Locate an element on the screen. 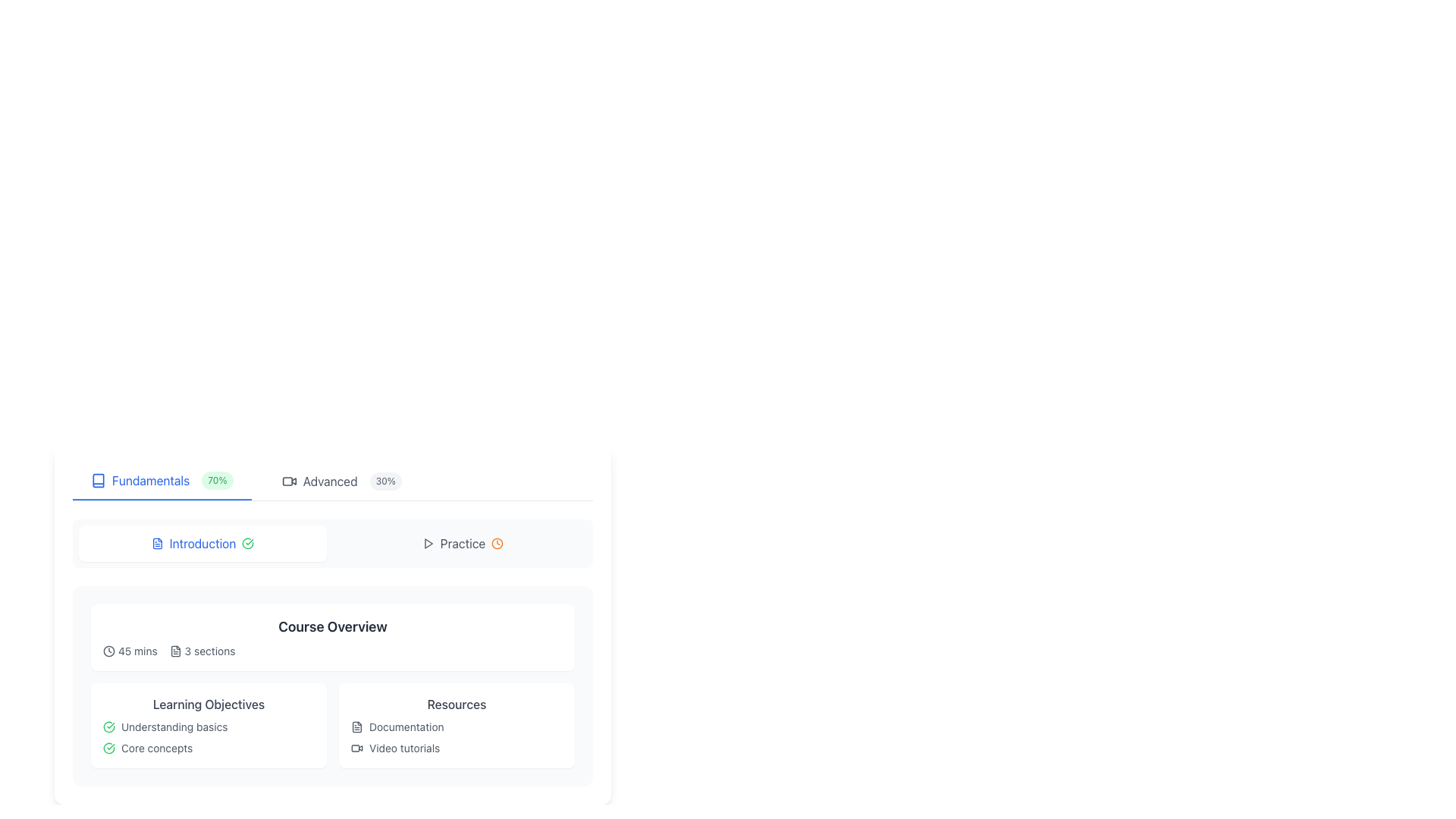  the content of the Informative panel titled 'Course Overview', which includes learning objectives and resources is located at coordinates (331, 686).